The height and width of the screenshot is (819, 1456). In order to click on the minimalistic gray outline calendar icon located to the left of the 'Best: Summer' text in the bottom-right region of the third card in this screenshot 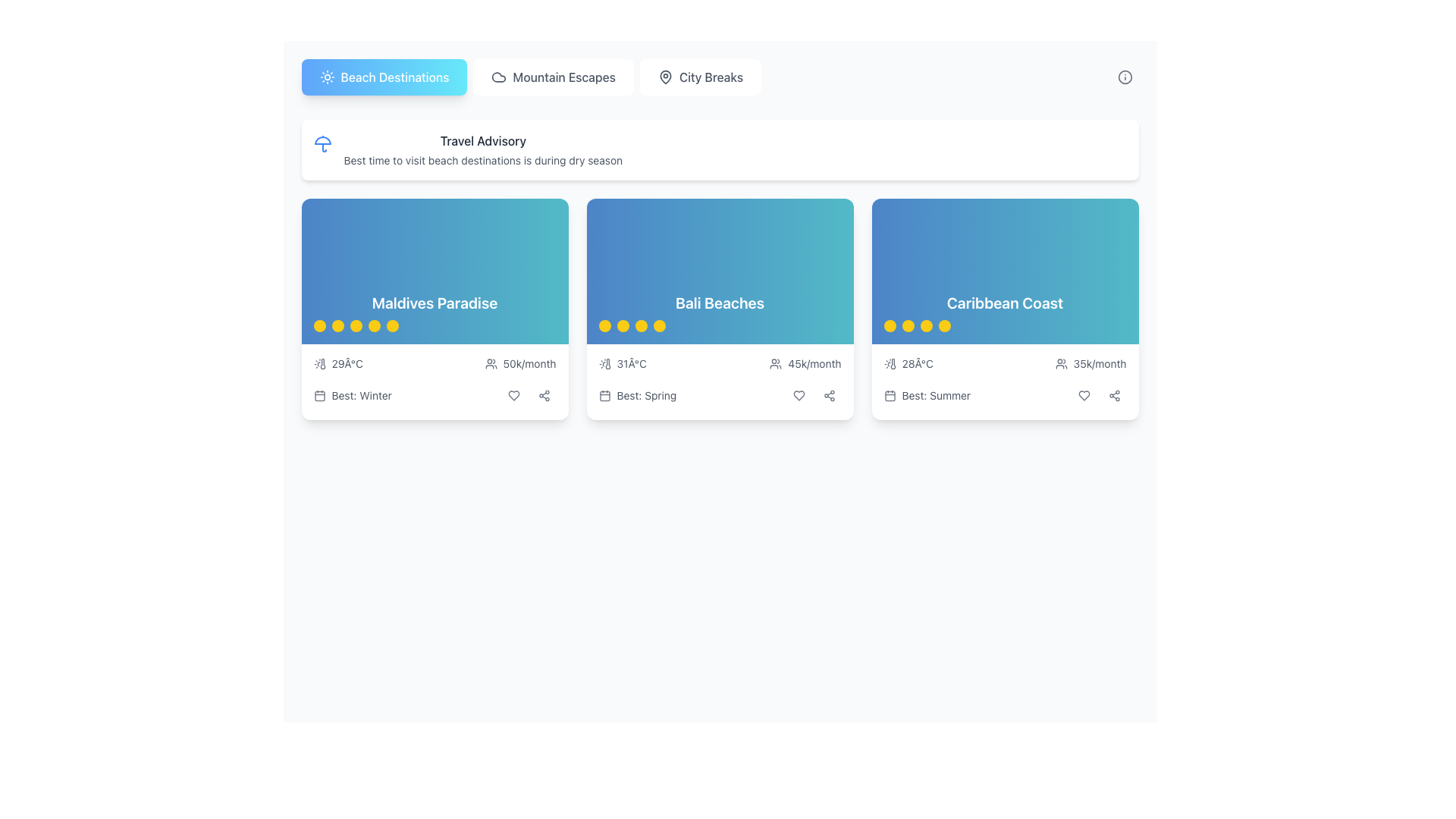, I will do `click(890, 394)`.